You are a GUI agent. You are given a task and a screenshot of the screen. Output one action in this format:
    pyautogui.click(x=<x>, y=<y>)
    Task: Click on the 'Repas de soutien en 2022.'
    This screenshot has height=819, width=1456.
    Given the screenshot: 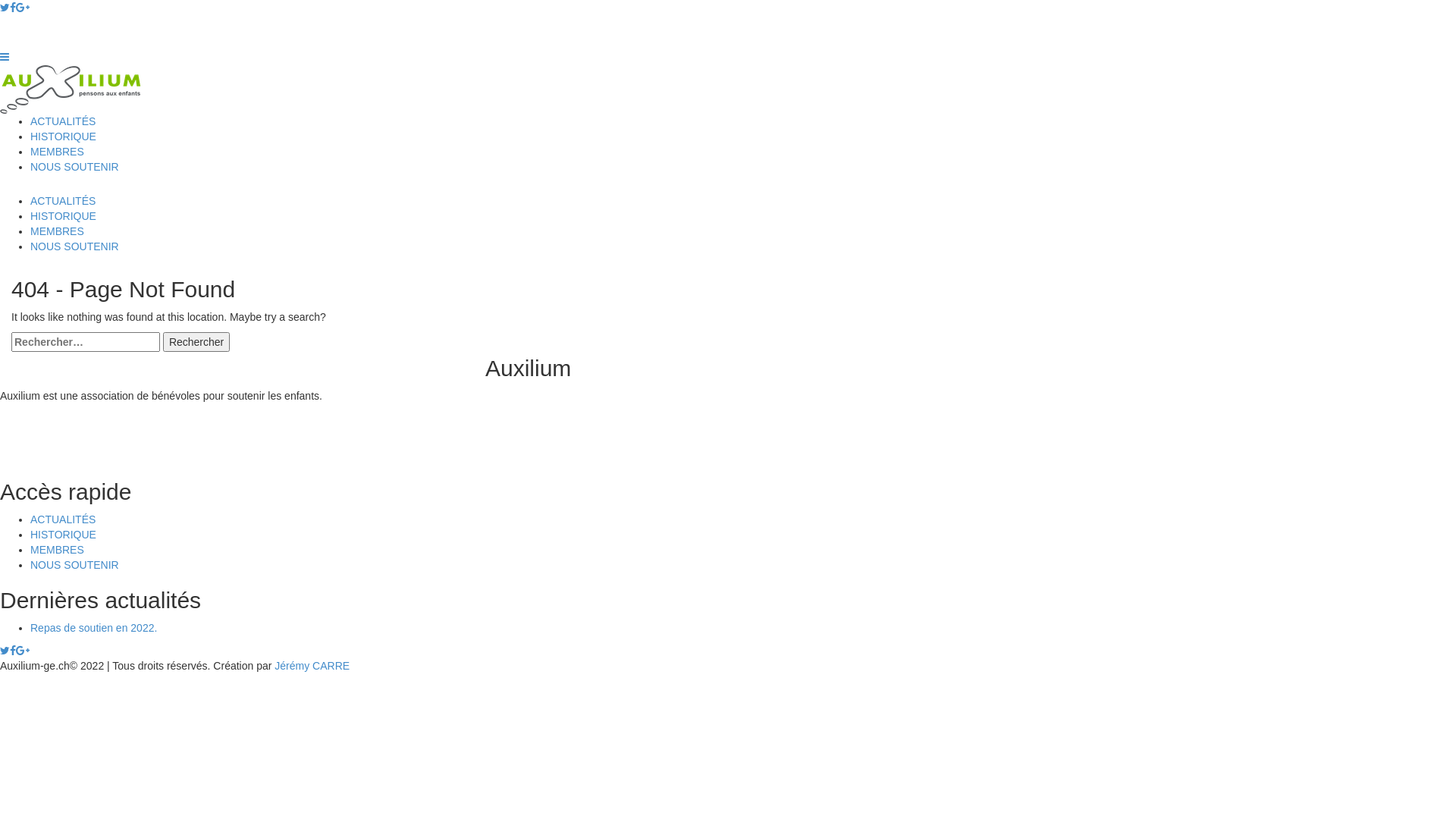 What is the action you would take?
    pyautogui.click(x=93, y=628)
    